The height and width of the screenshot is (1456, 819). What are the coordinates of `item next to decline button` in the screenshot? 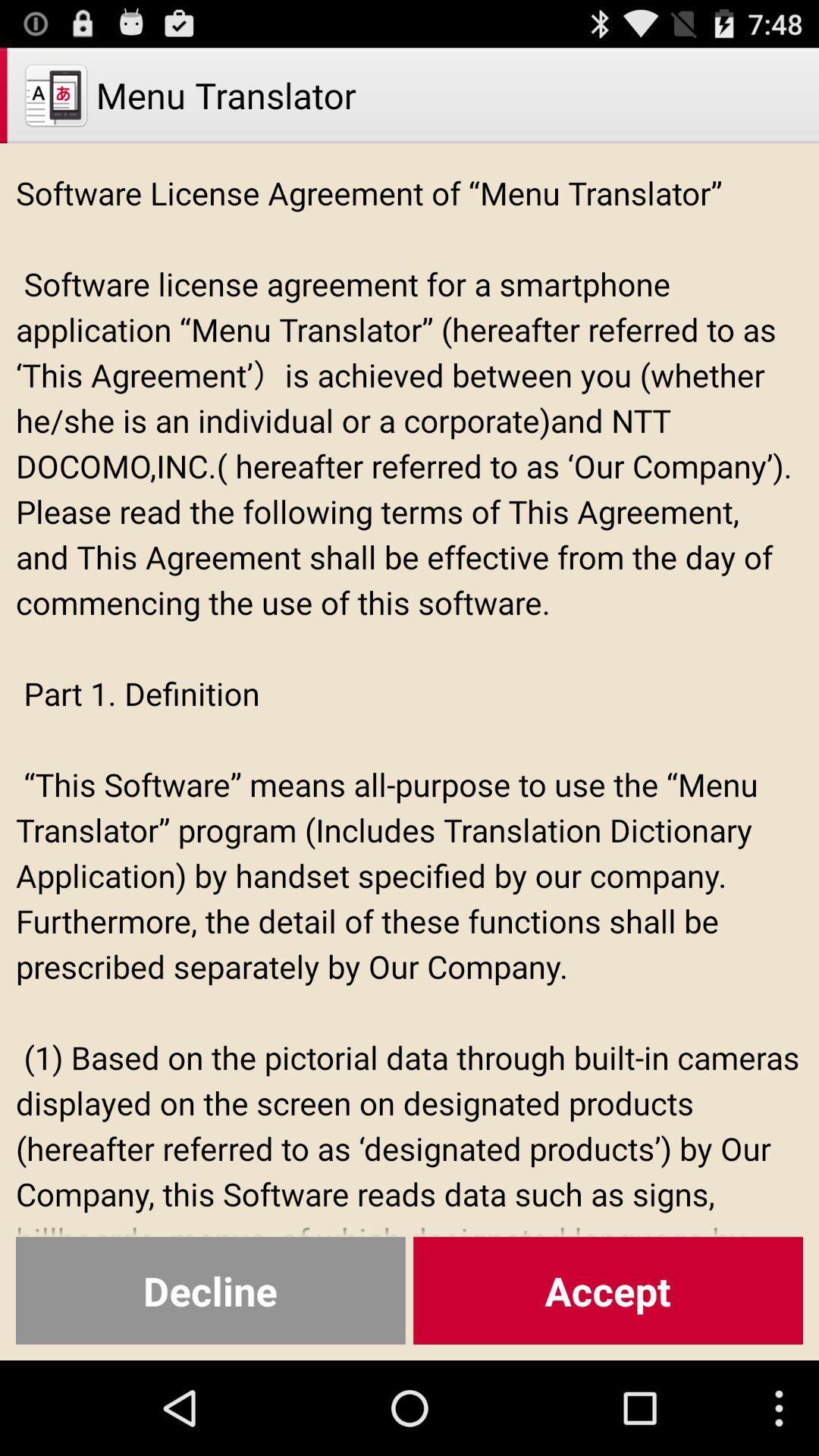 It's located at (607, 1290).